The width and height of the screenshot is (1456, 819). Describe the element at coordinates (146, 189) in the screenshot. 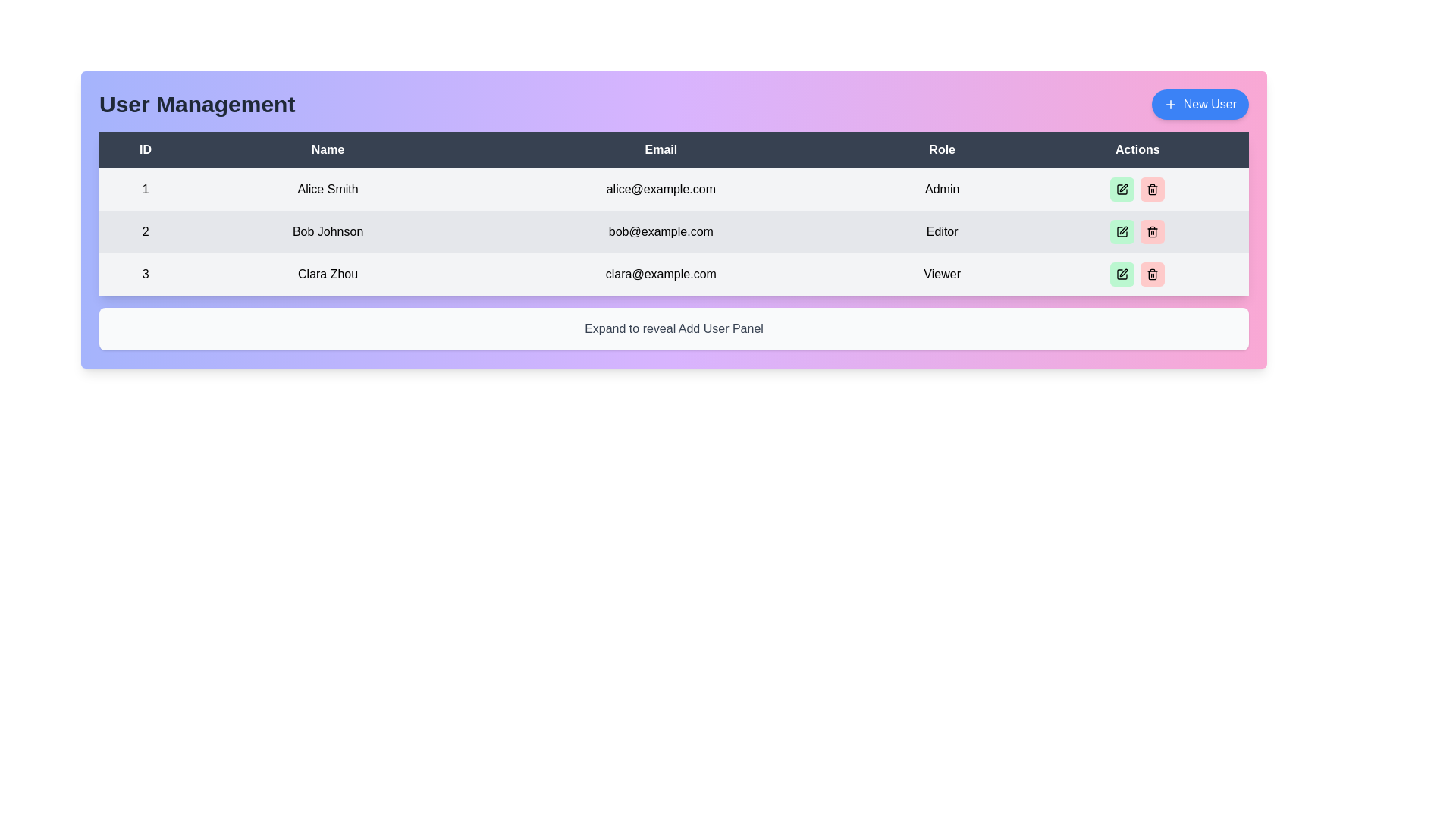

I see `displayed value of the static text label representing the unique identifier for the user 'Alice Smith' in the top-left section of the table under the 'ID' header` at that location.